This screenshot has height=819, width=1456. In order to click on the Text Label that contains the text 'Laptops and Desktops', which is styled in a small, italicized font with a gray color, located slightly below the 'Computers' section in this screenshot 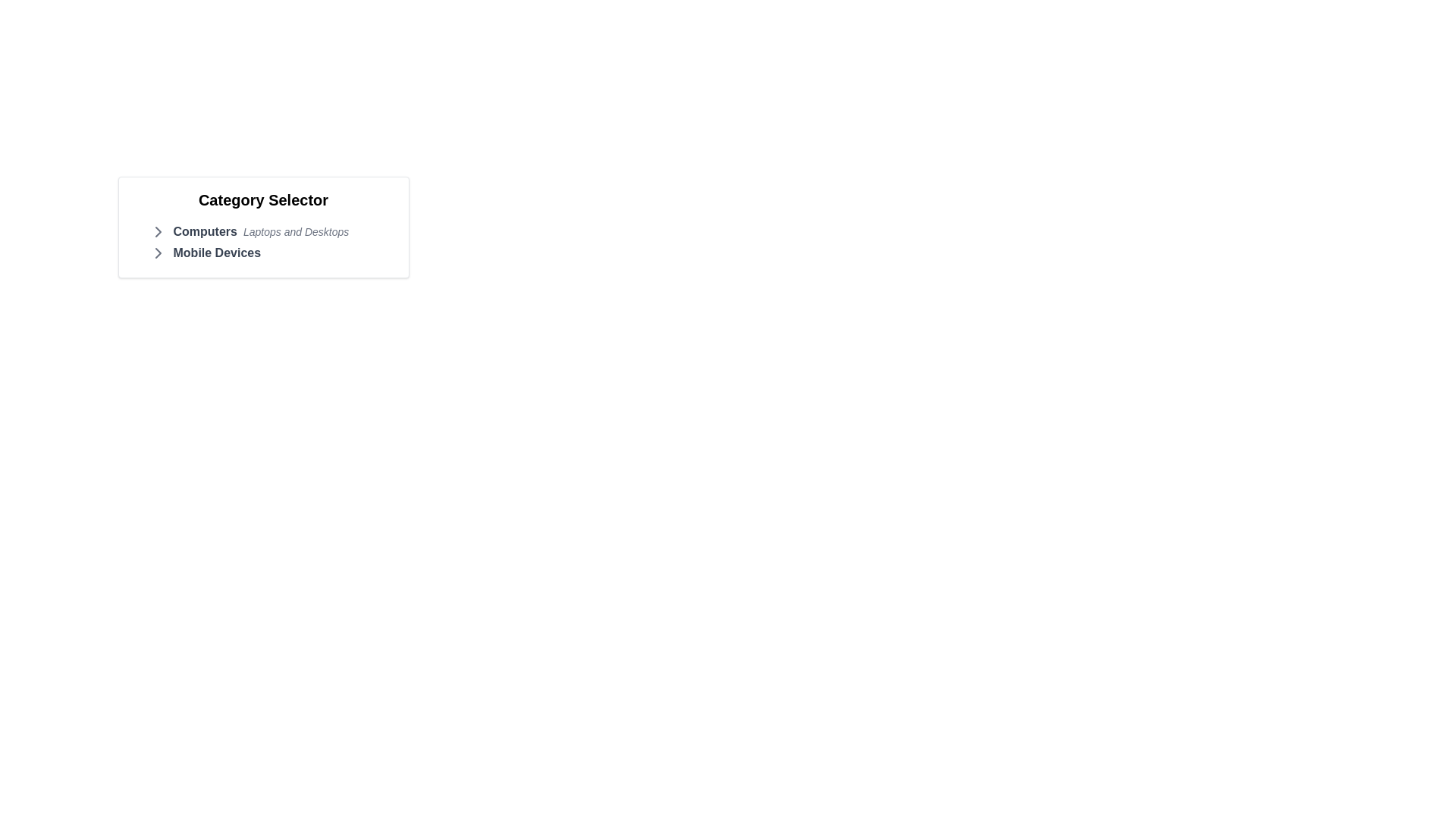, I will do `click(296, 231)`.